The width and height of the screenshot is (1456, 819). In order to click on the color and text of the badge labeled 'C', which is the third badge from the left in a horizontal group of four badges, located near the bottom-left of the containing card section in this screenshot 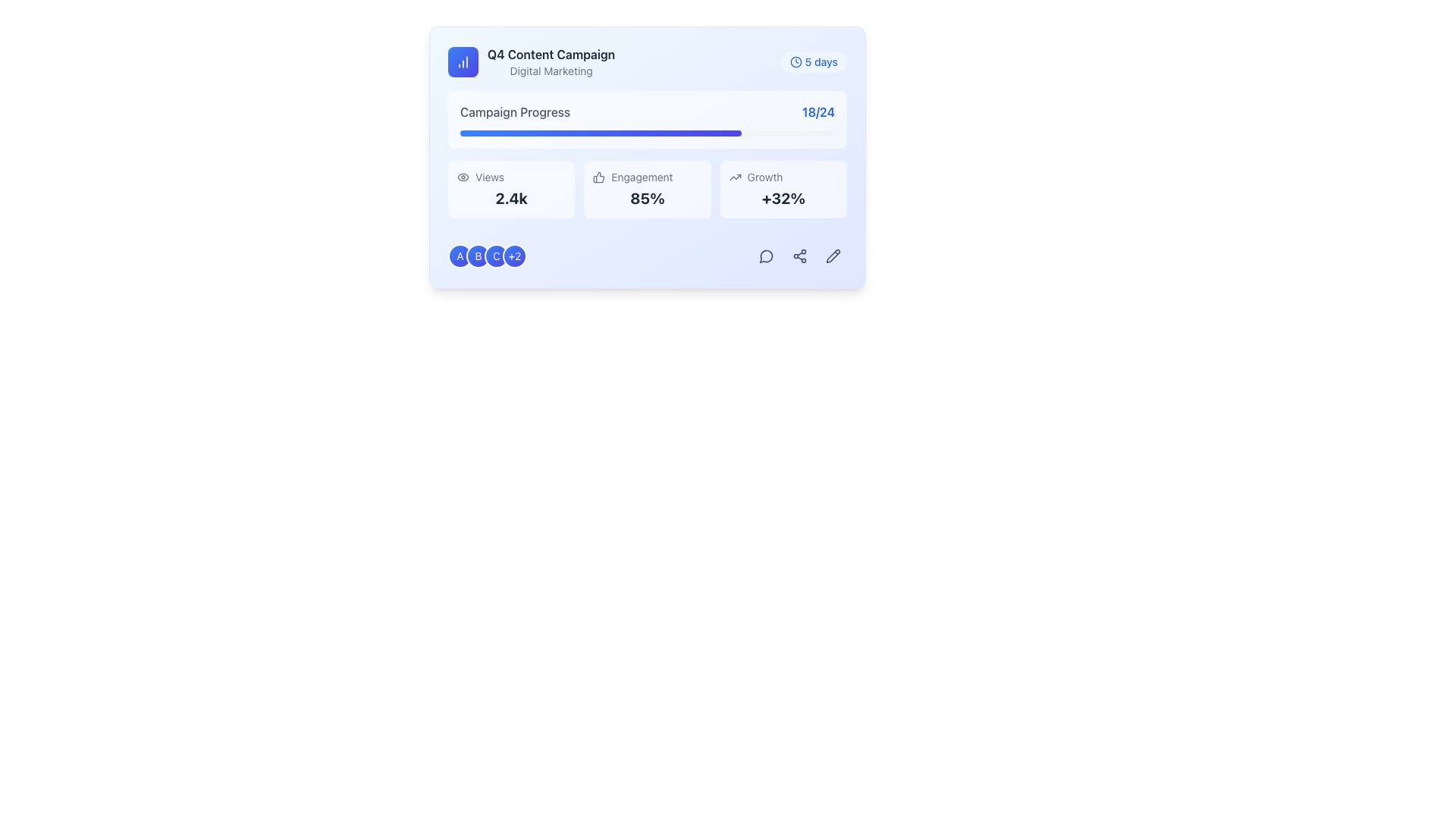, I will do `click(496, 256)`.